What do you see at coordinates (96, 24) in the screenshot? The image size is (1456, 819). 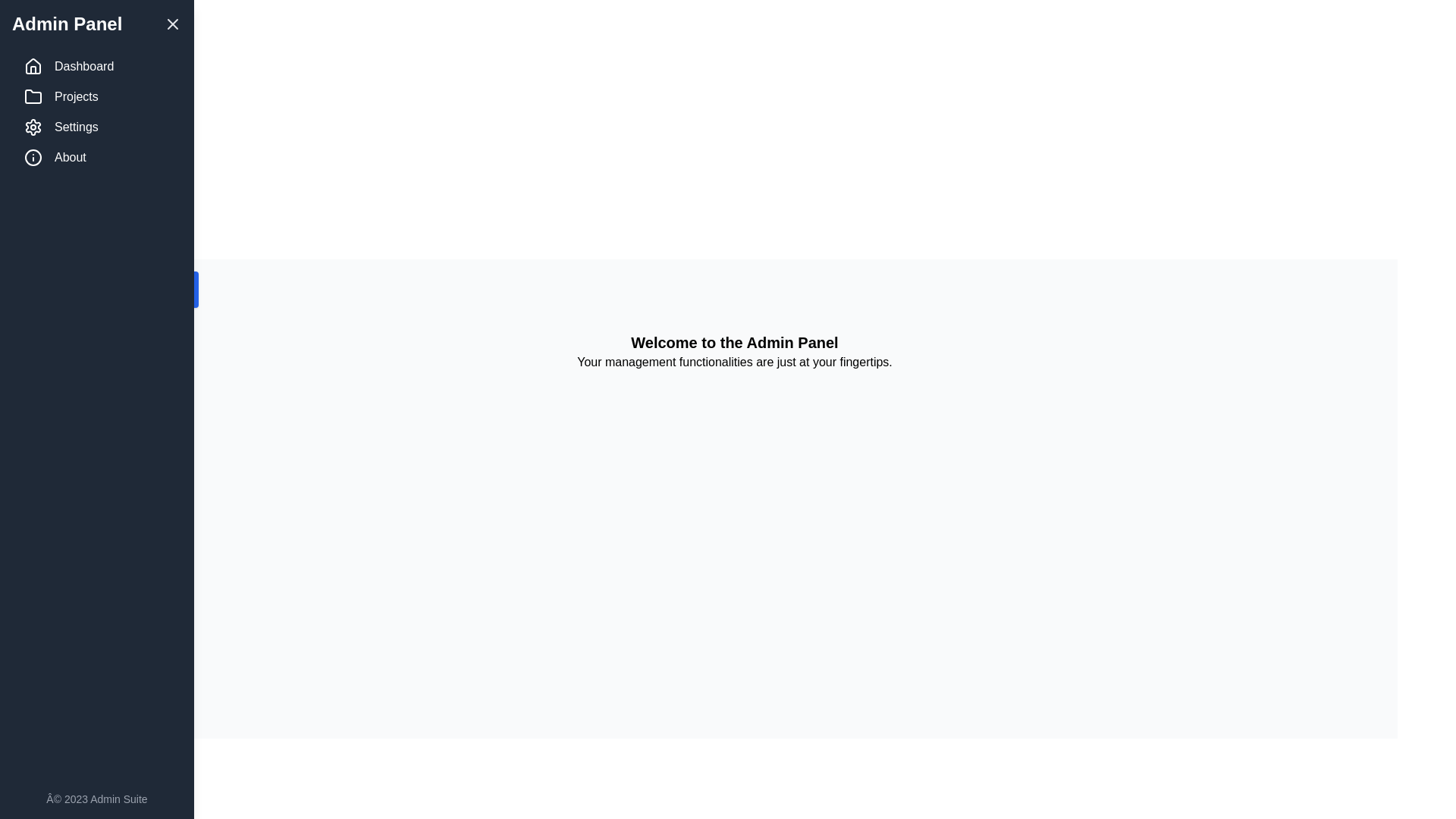 I see `the 'Admin Panel' header or the close icon ('X') on the right side of the header` at bounding box center [96, 24].